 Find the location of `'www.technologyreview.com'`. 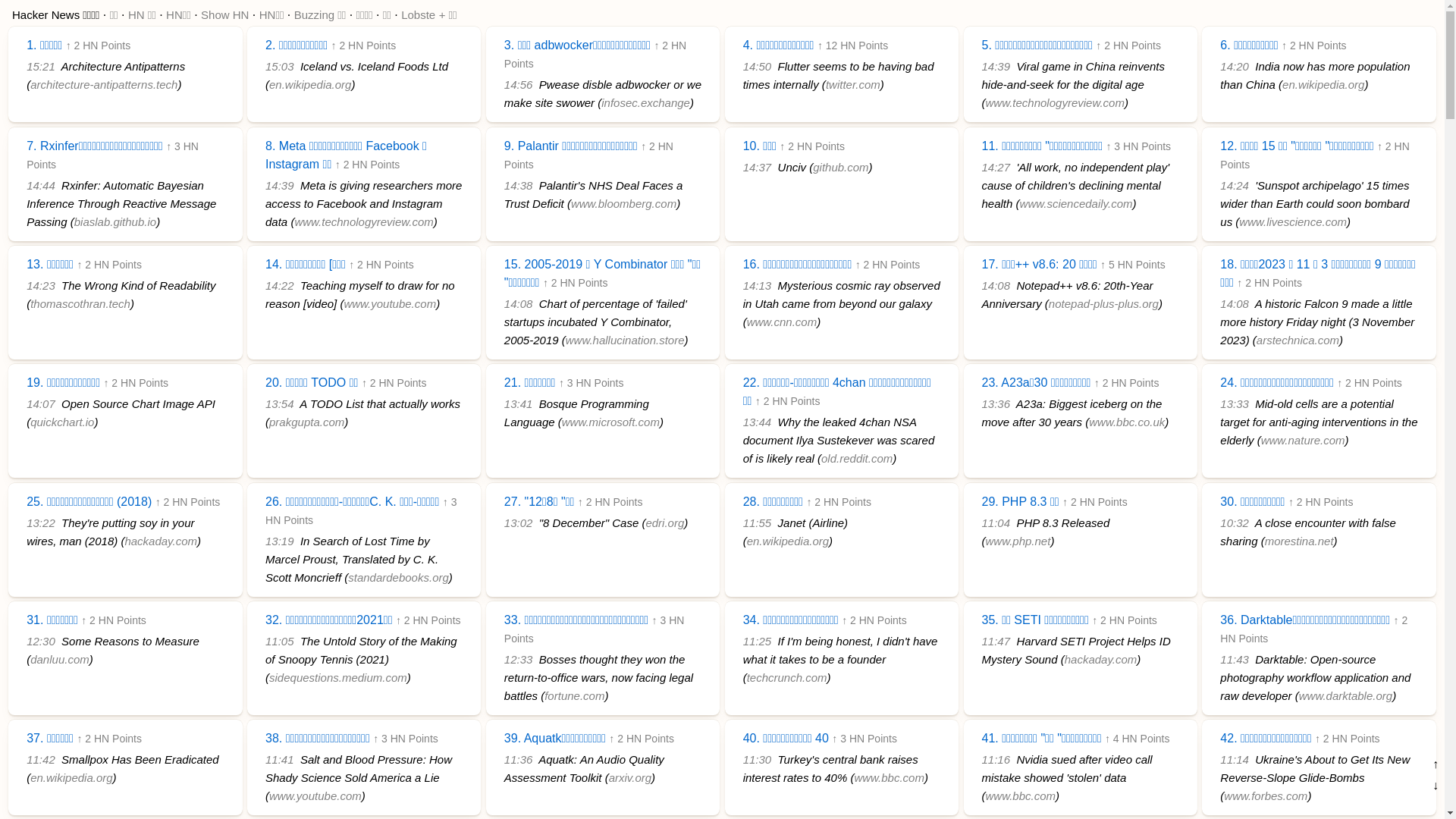

'www.technologyreview.com' is located at coordinates (362, 221).